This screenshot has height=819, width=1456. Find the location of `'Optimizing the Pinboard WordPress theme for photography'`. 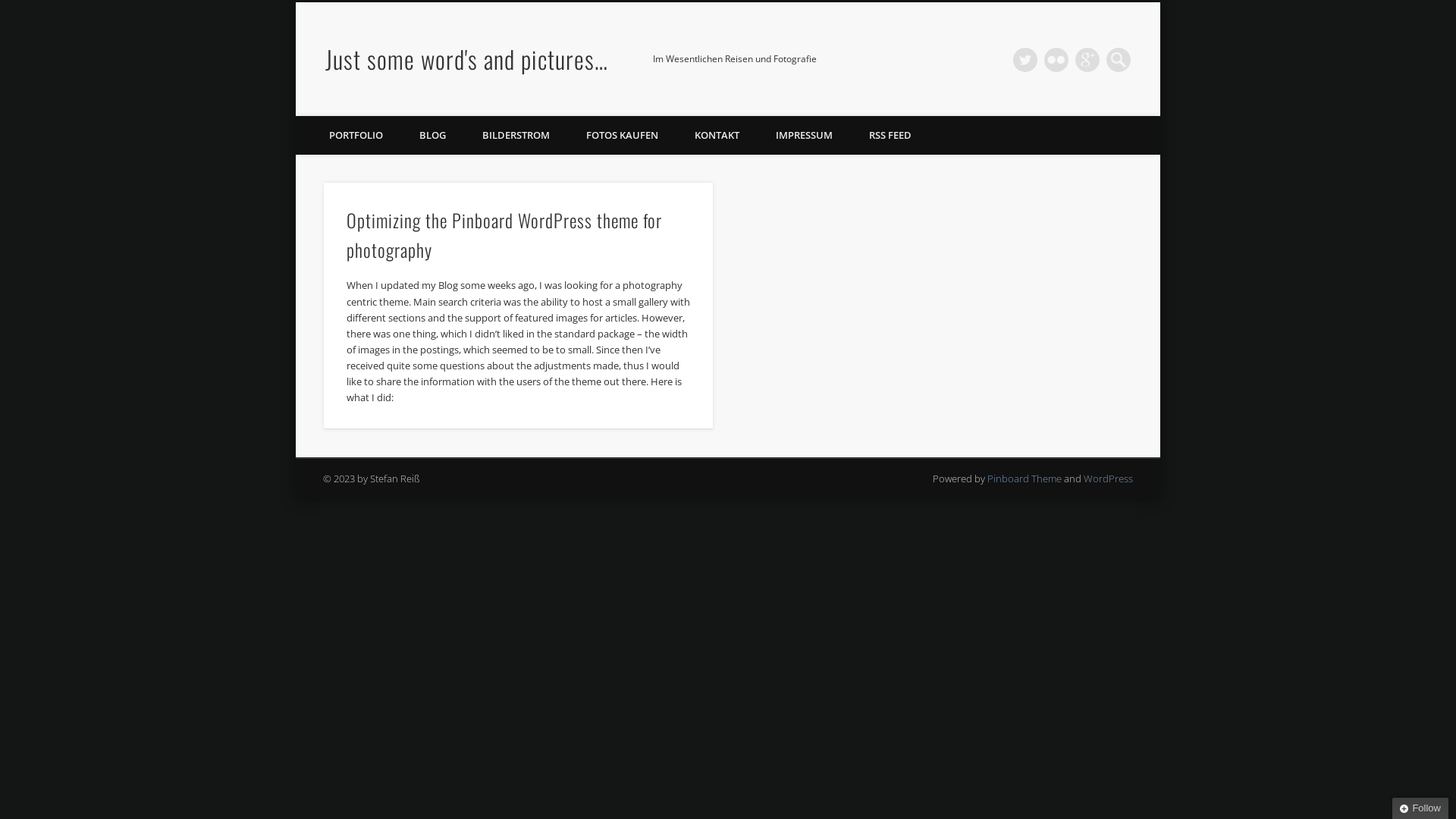

'Optimizing the Pinboard WordPress theme for photography' is located at coordinates (504, 234).